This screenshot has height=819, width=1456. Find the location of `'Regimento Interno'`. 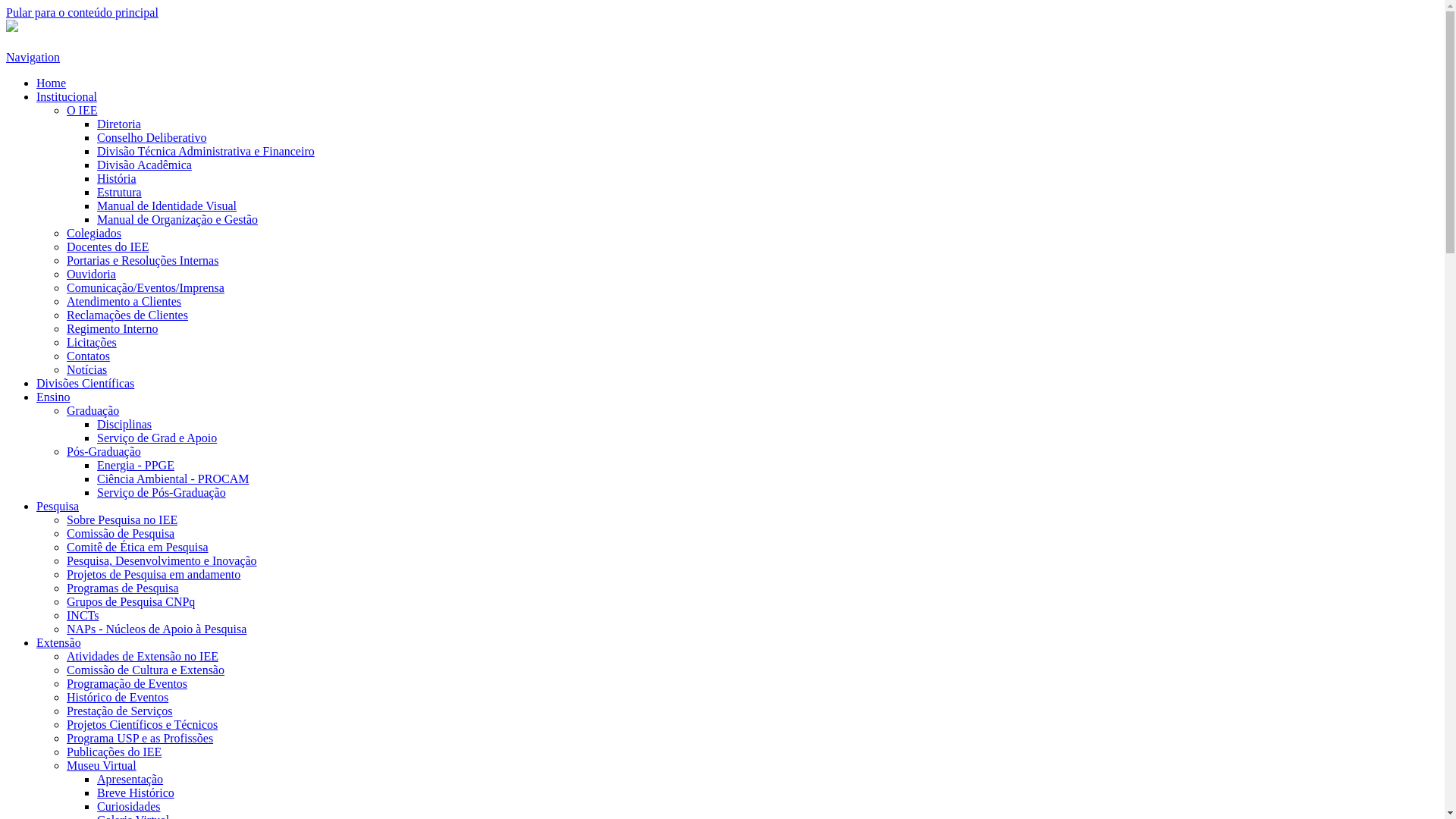

'Regimento Interno' is located at coordinates (111, 328).